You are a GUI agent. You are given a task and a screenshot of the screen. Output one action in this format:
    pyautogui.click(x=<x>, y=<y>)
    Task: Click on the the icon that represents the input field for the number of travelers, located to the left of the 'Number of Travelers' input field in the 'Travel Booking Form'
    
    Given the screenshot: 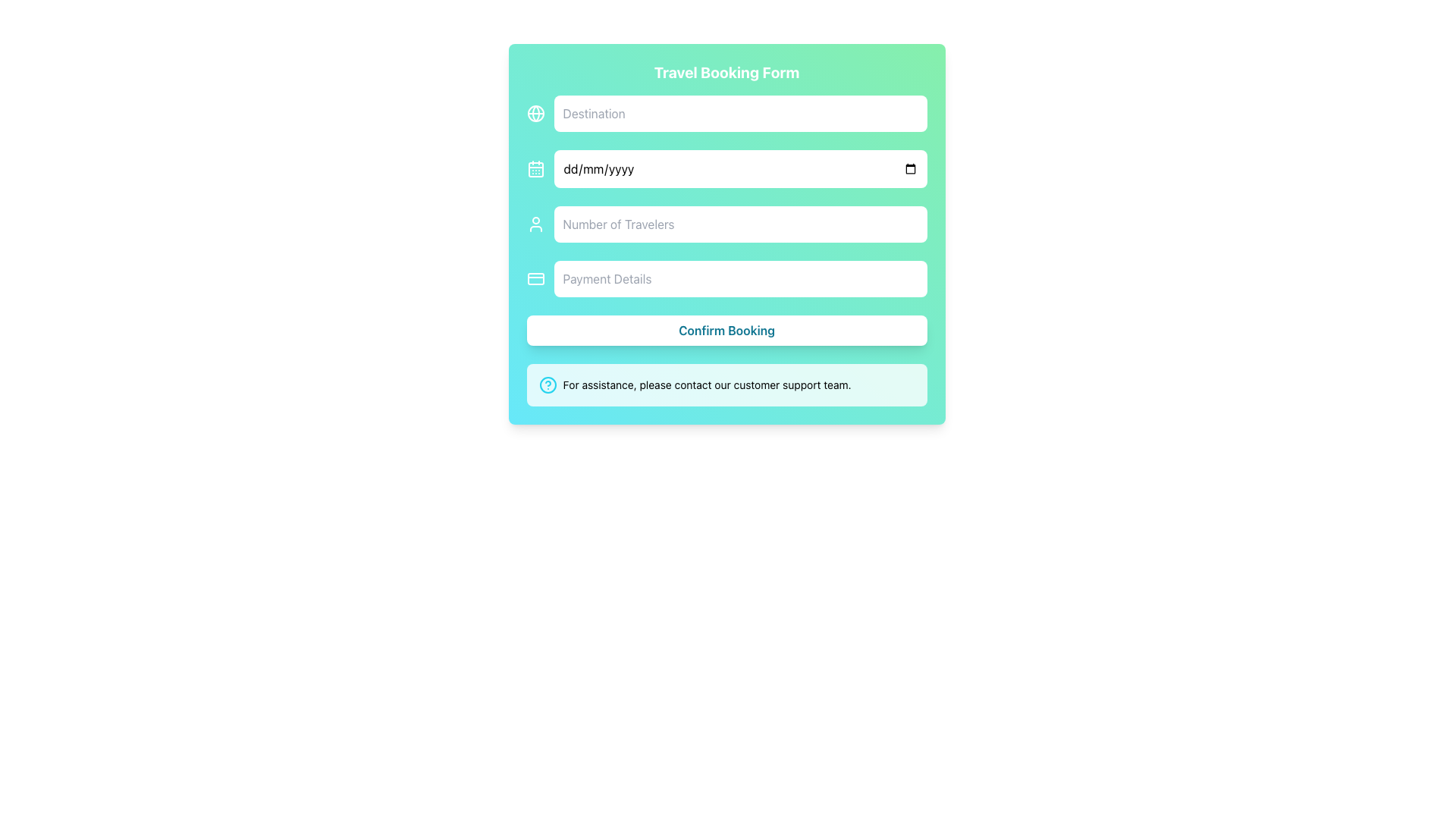 What is the action you would take?
    pyautogui.click(x=535, y=224)
    